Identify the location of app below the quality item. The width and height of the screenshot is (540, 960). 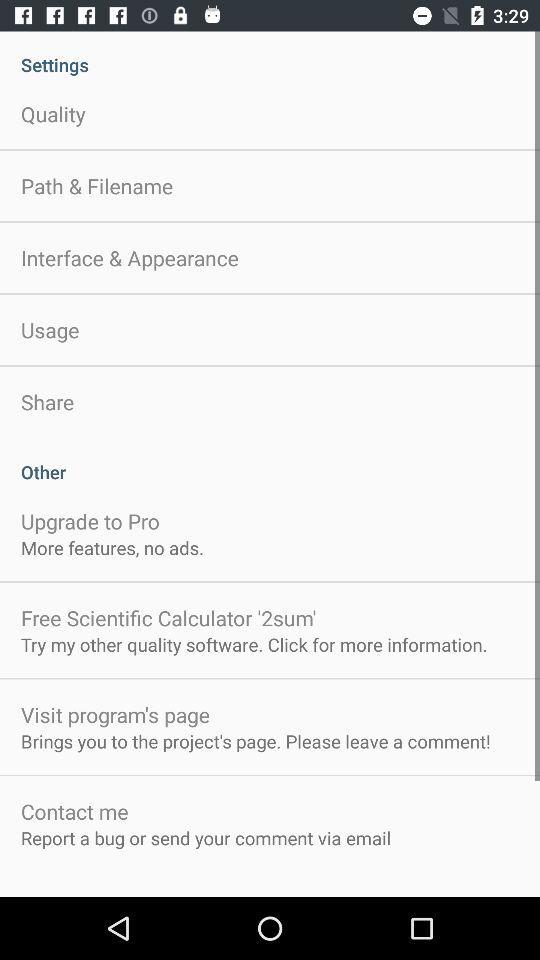
(96, 186).